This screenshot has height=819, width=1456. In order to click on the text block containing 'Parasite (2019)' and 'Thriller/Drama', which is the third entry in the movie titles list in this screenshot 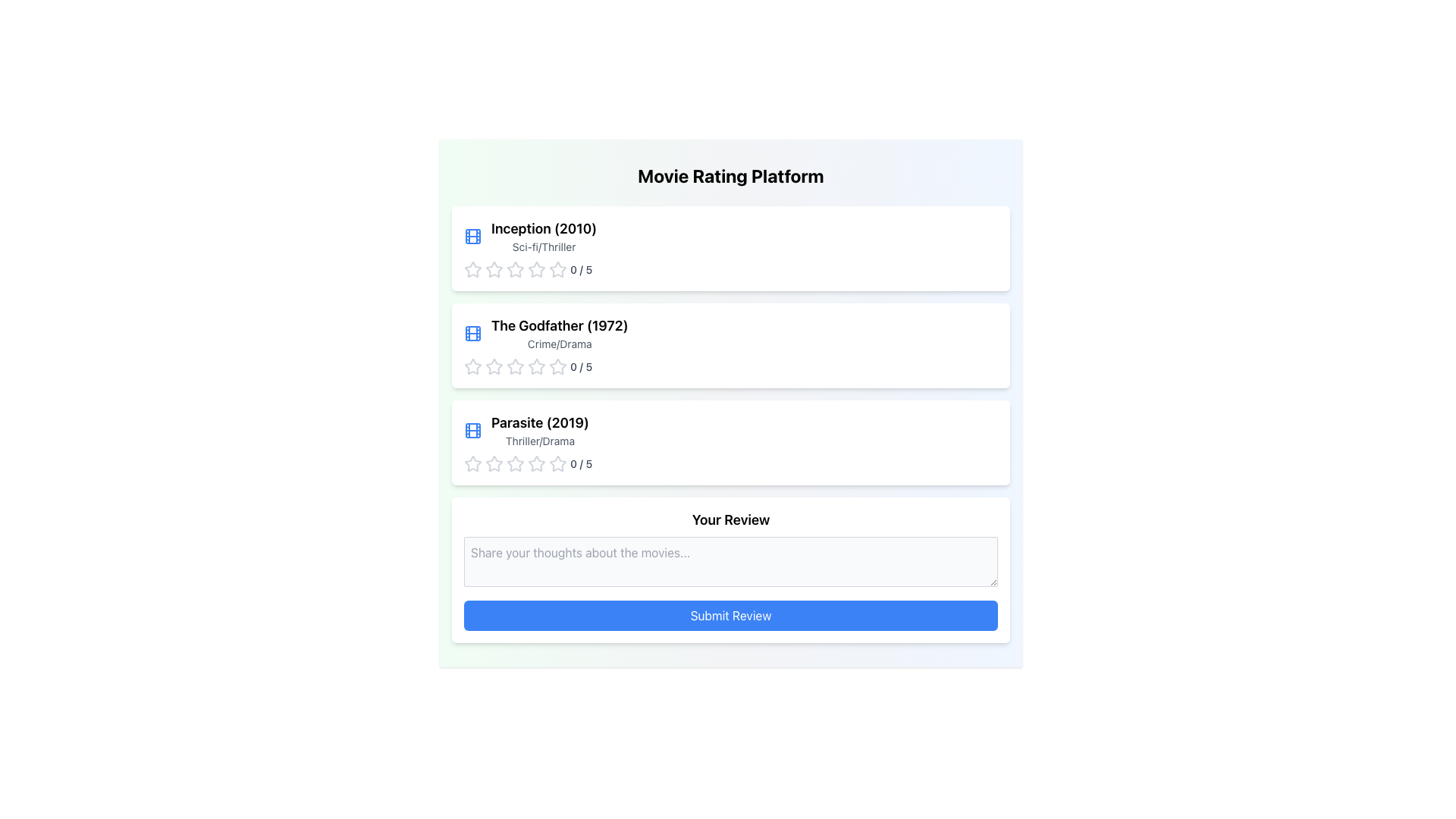, I will do `click(540, 430)`.